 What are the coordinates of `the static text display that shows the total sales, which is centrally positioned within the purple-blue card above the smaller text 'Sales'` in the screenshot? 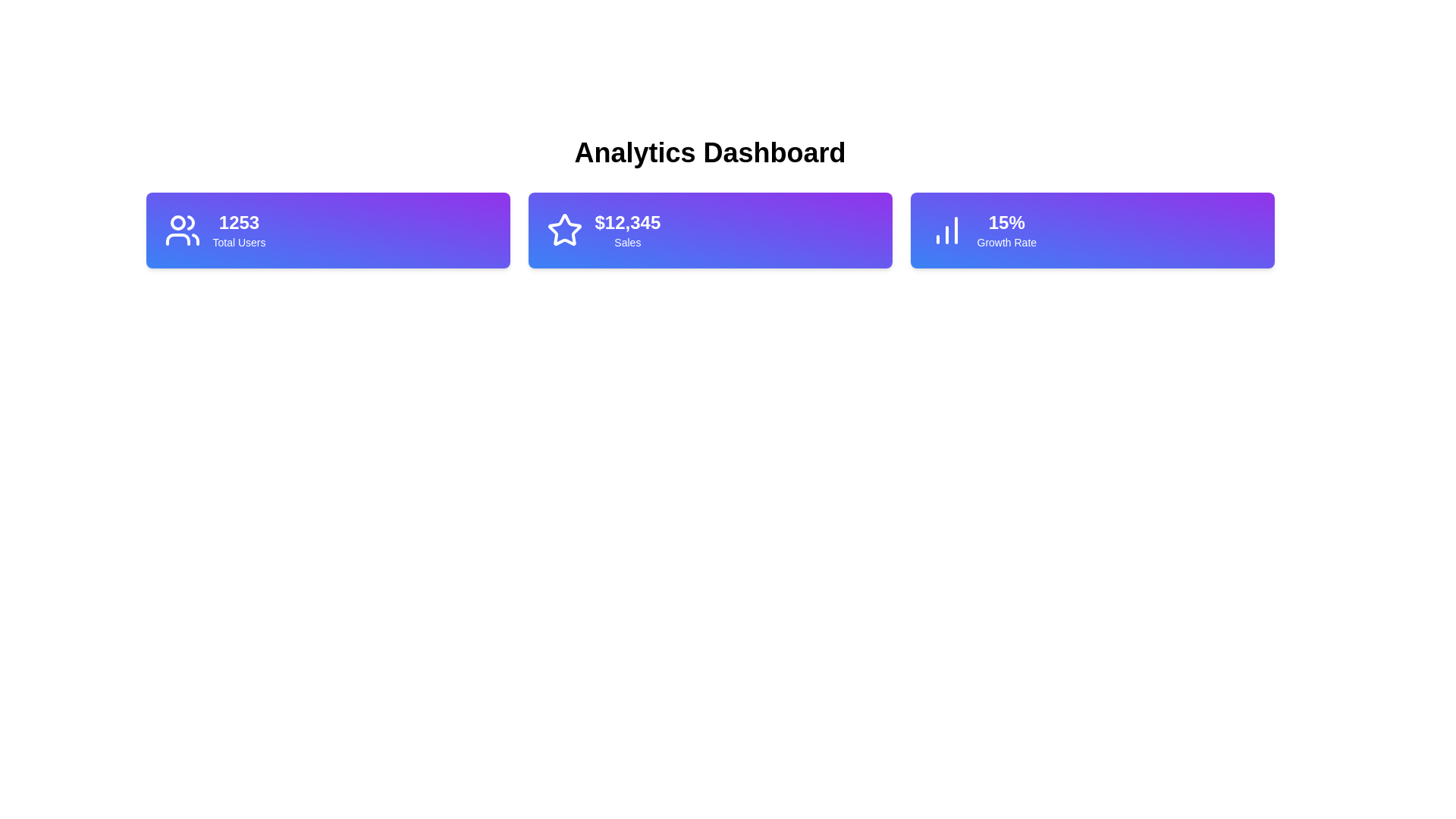 It's located at (627, 222).